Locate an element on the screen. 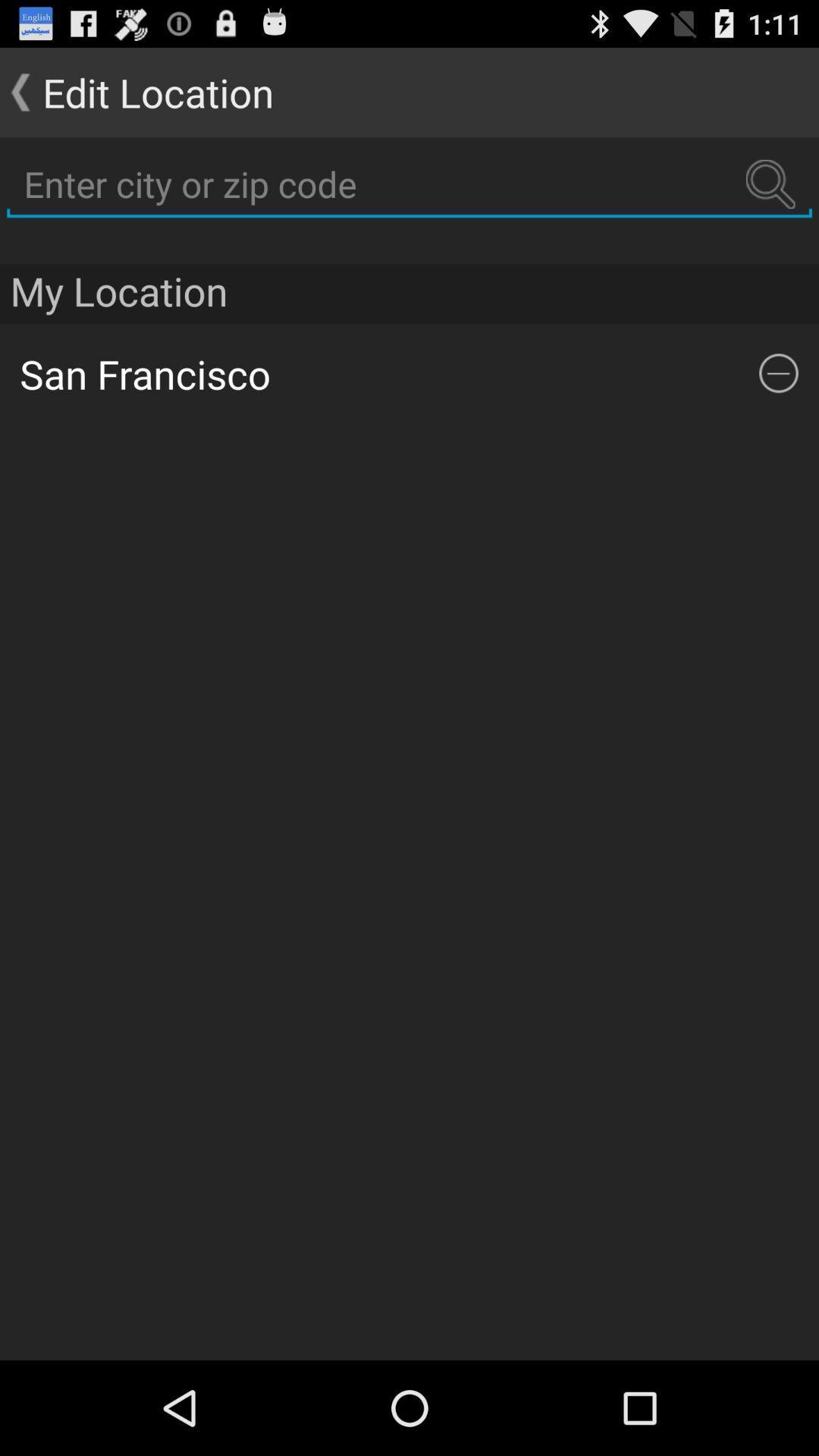  the san francisco app is located at coordinates (398, 374).